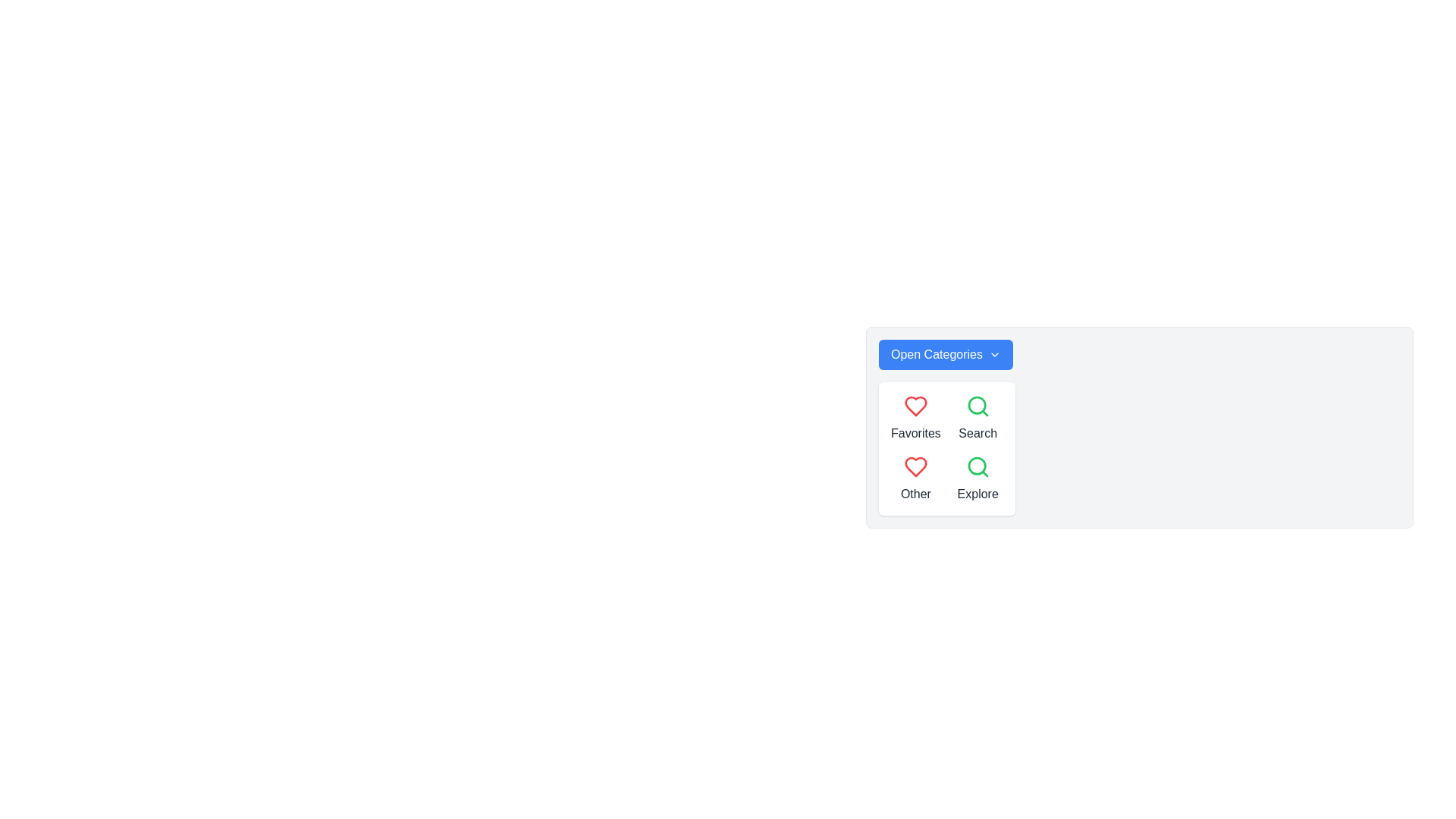  I want to click on the small white downwards-pointing chevron icon located on the right side of the 'Open Categories' blue button, so click(994, 354).